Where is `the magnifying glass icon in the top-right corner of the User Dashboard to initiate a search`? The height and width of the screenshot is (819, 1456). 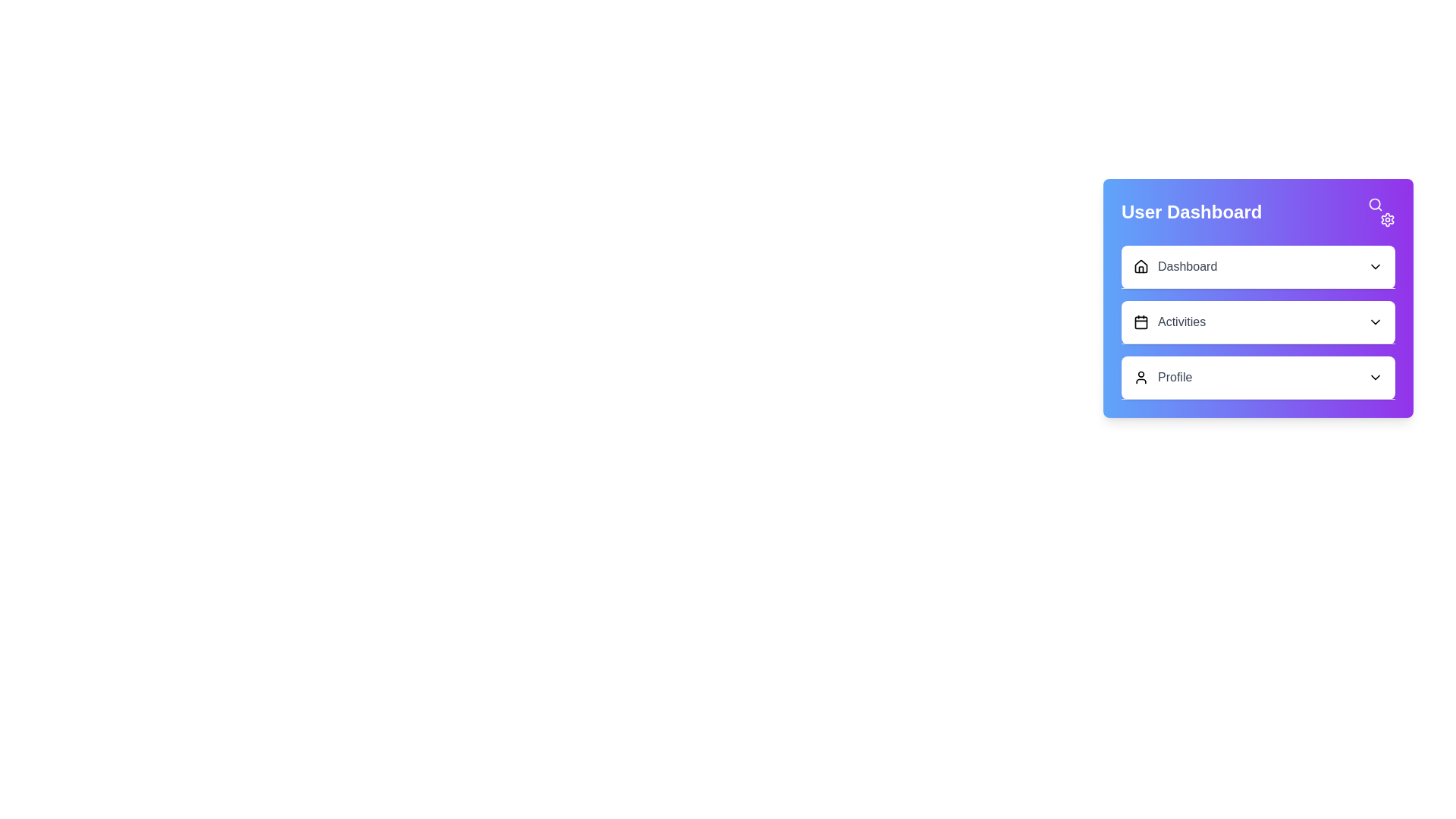 the magnifying glass icon in the top-right corner of the User Dashboard to initiate a search is located at coordinates (1382, 212).